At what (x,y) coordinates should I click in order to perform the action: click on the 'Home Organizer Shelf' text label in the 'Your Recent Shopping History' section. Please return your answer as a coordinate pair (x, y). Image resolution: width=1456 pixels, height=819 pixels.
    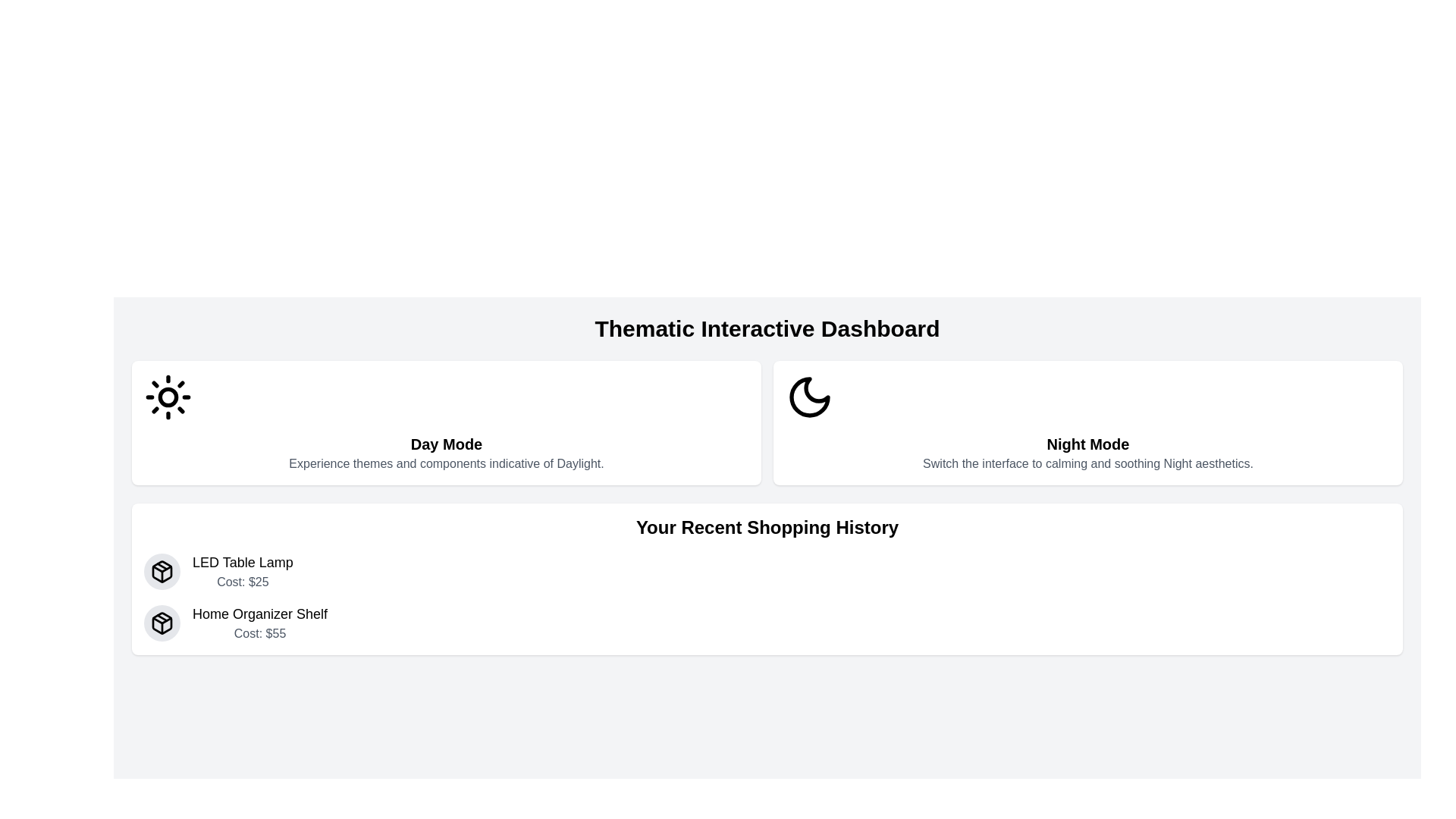
    Looking at the image, I should click on (260, 614).